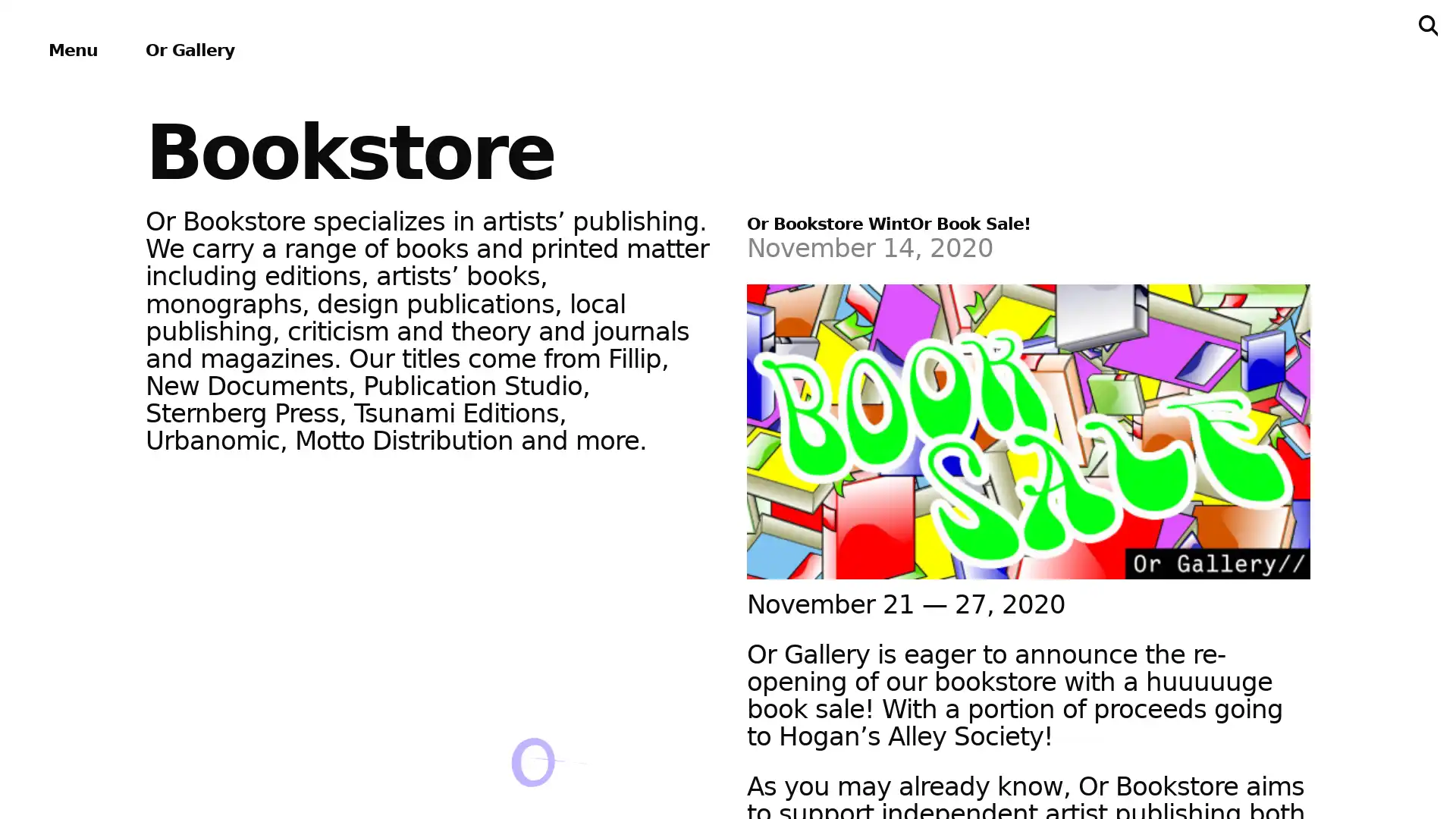  Describe the element at coordinates (883, 315) in the screenshot. I see `Subscribe` at that location.